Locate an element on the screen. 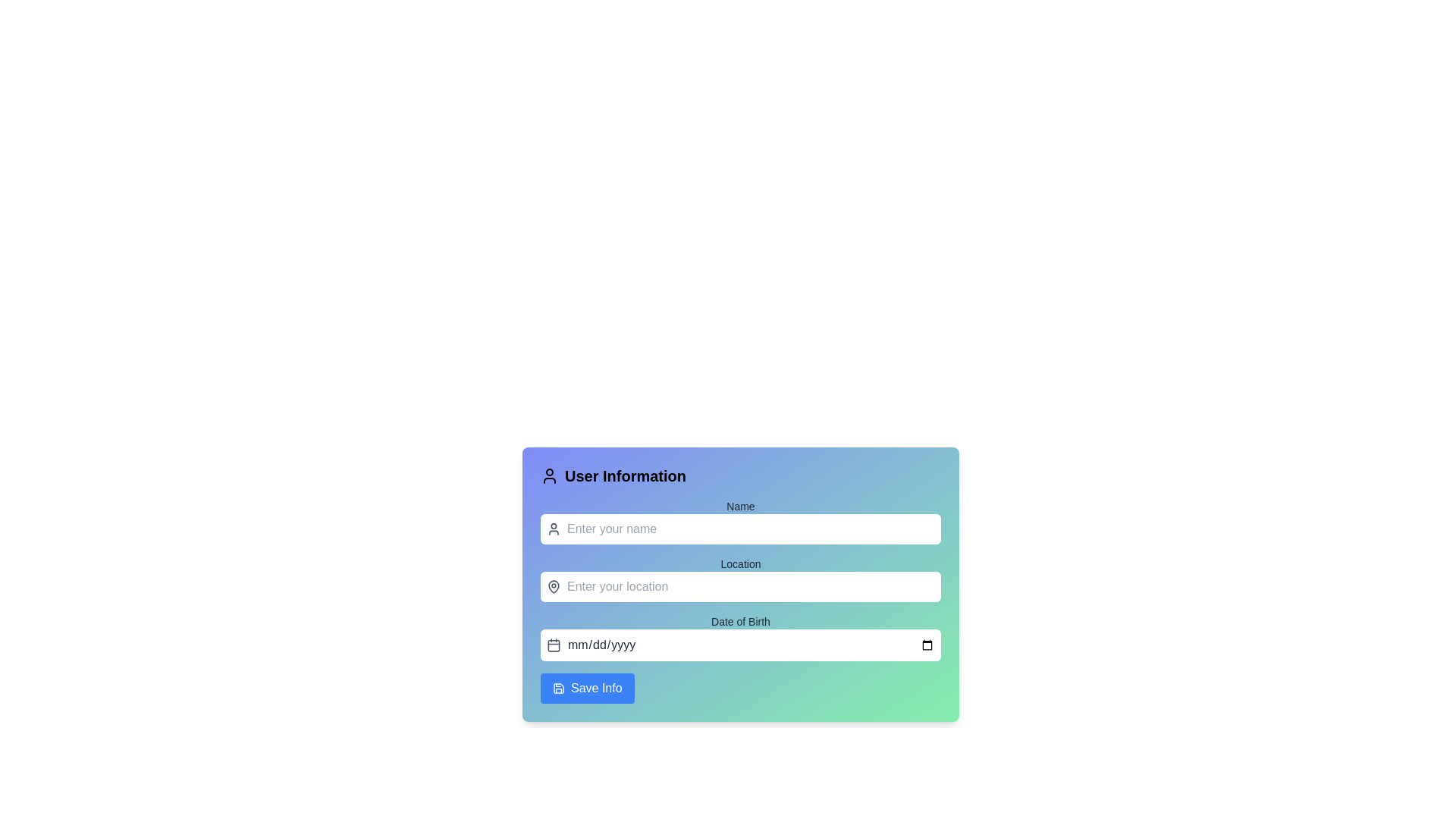 The image size is (1456, 819). the human figure icon outlined in thin line style, located to the left of the text 'User Information' is located at coordinates (548, 475).